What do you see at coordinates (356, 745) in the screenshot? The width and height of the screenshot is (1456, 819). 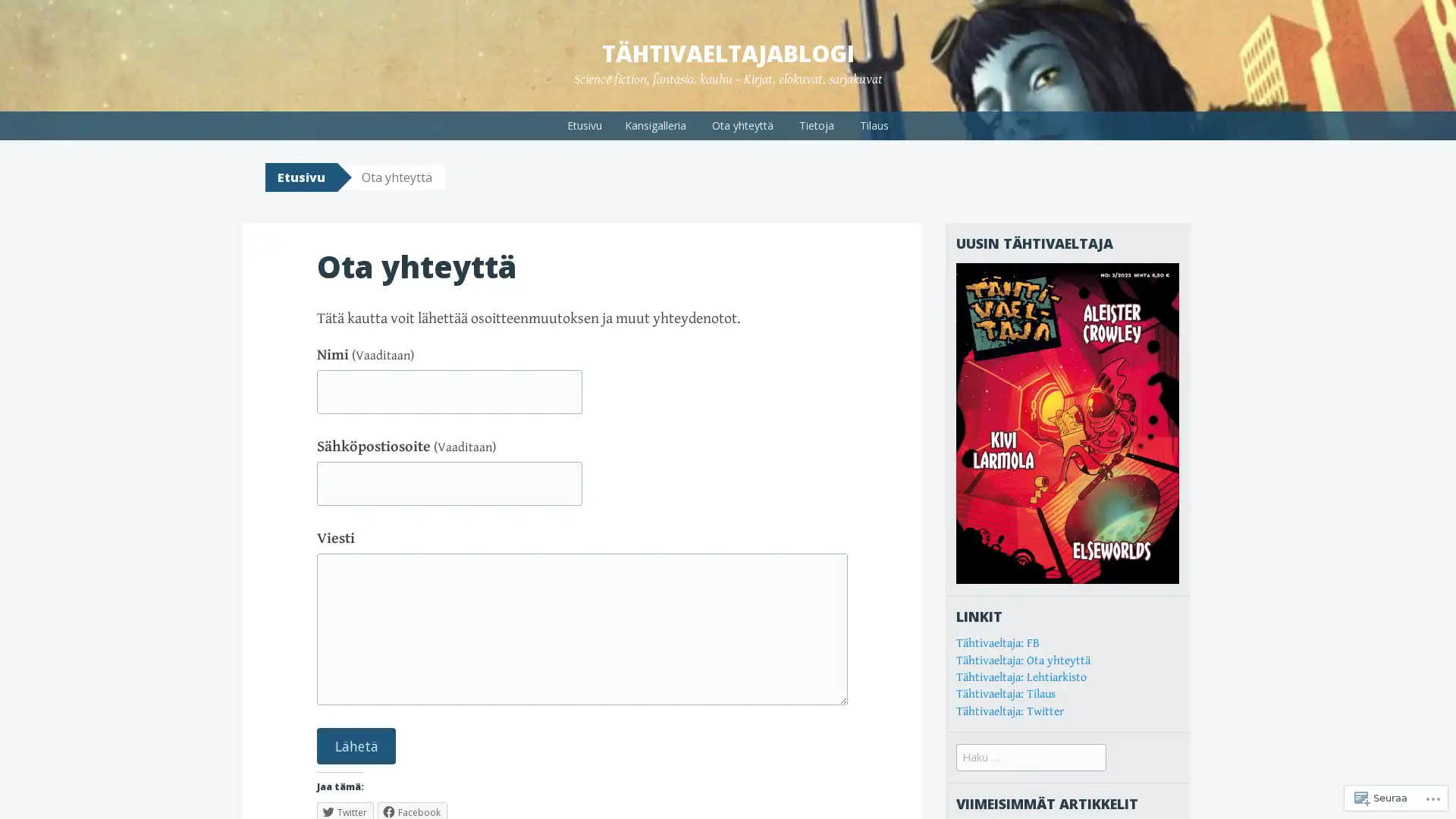 I see `Laheta` at bounding box center [356, 745].